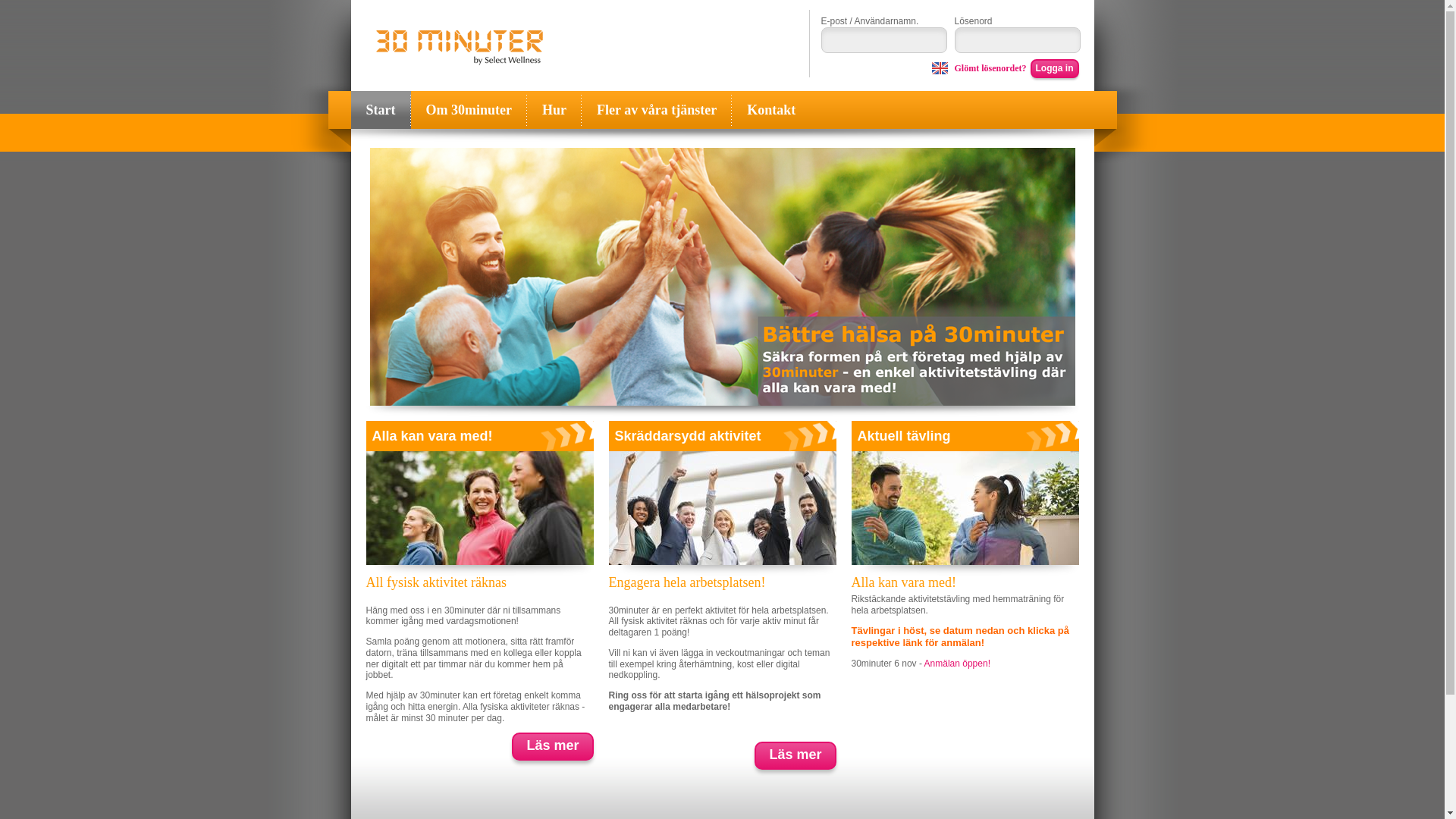 The image size is (1456, 819). What do you see at coordinates (553, 109) in the screenshot?
I see `'Hur'` at bounding box center [553, 109].